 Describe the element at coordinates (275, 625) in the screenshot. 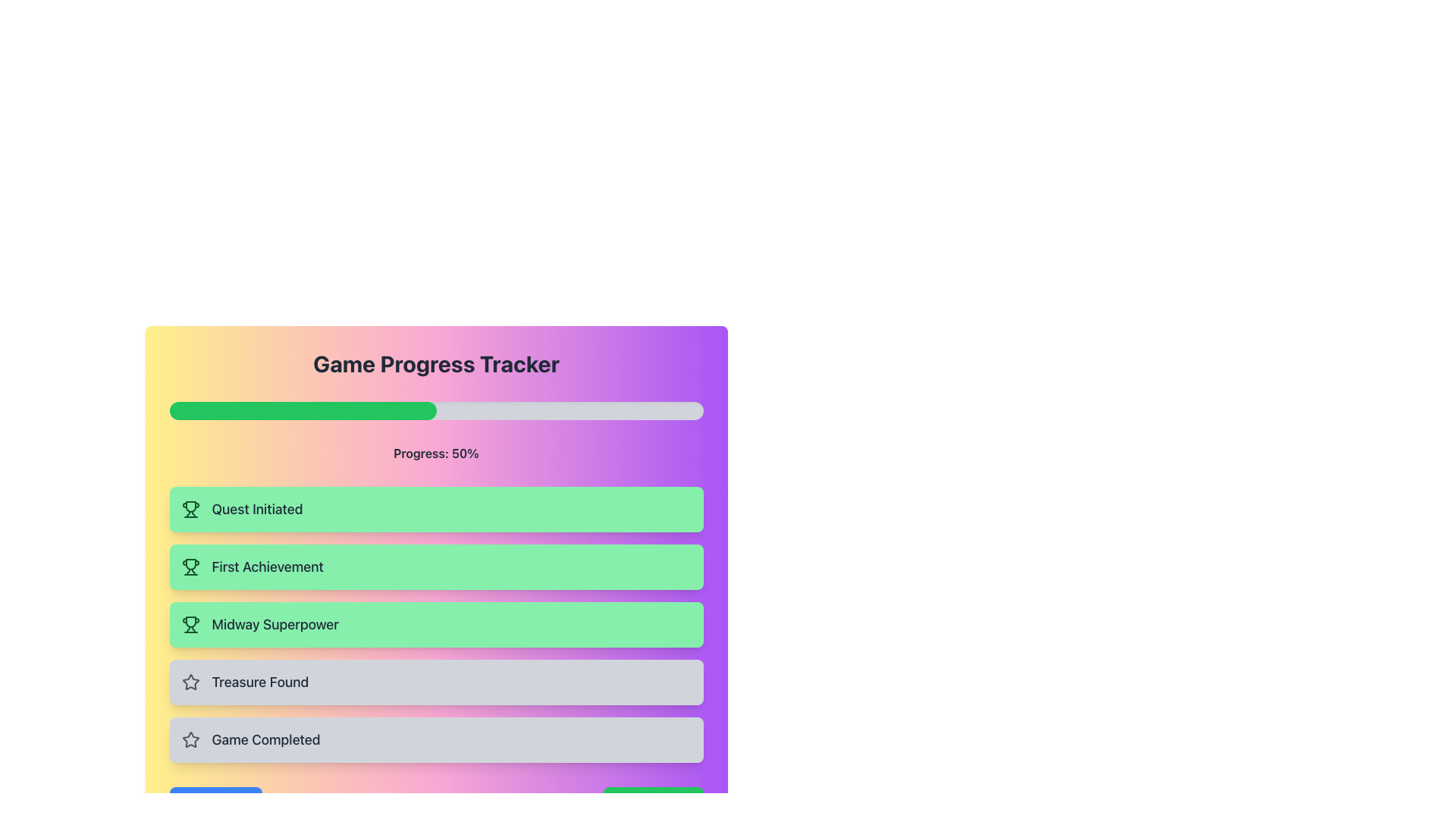

I see `the text content displaying 'Midway Superpower' located within the green rectangular card, which is the third card in a vertical list, positioned to the right of the trophy icon` at that location.